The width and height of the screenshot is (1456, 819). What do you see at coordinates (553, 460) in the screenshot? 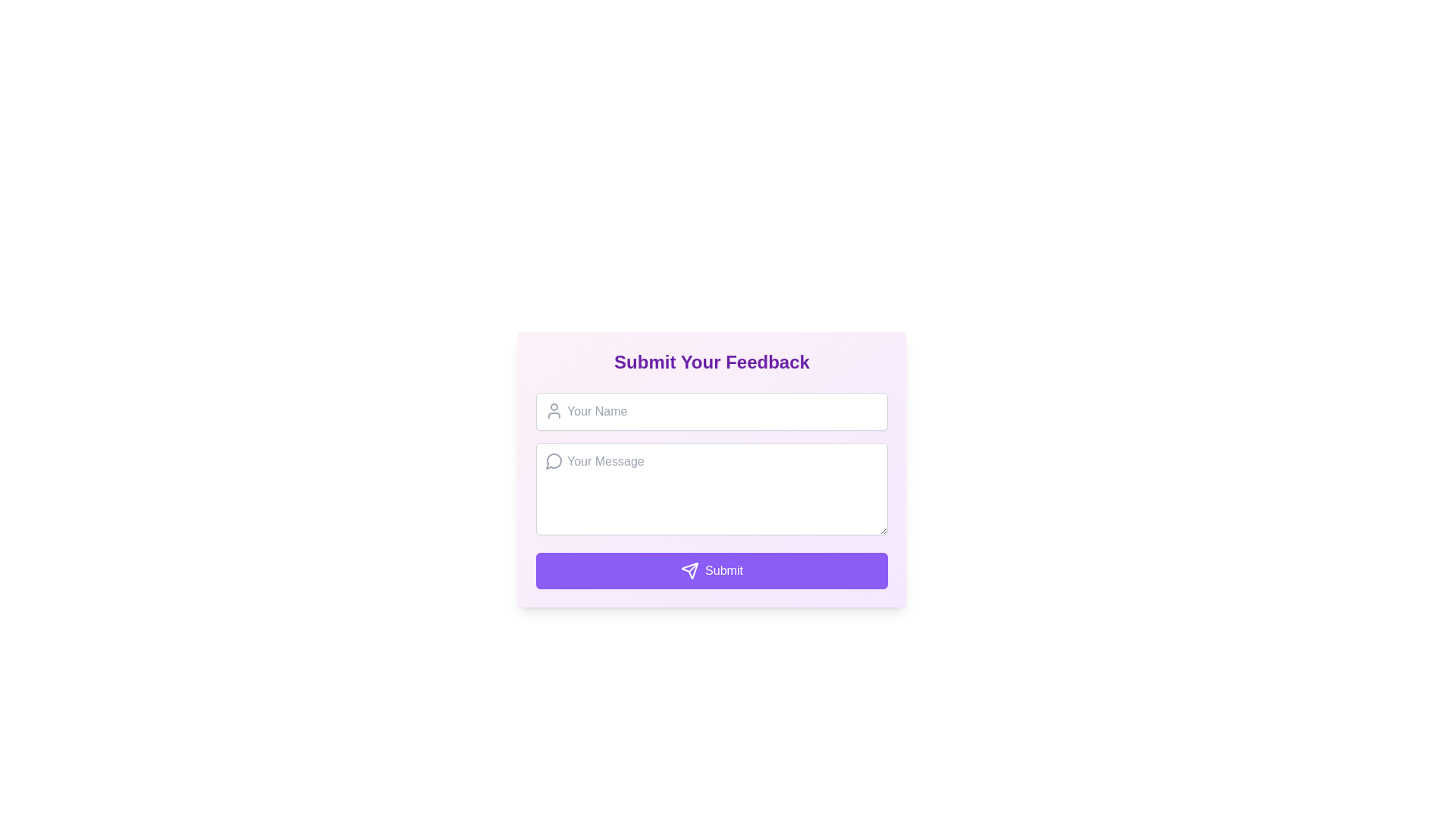
I see `the decorative icon graphic located to the left of the 'Your Message' input field in the feedback form` at bounding box center [553, 460].